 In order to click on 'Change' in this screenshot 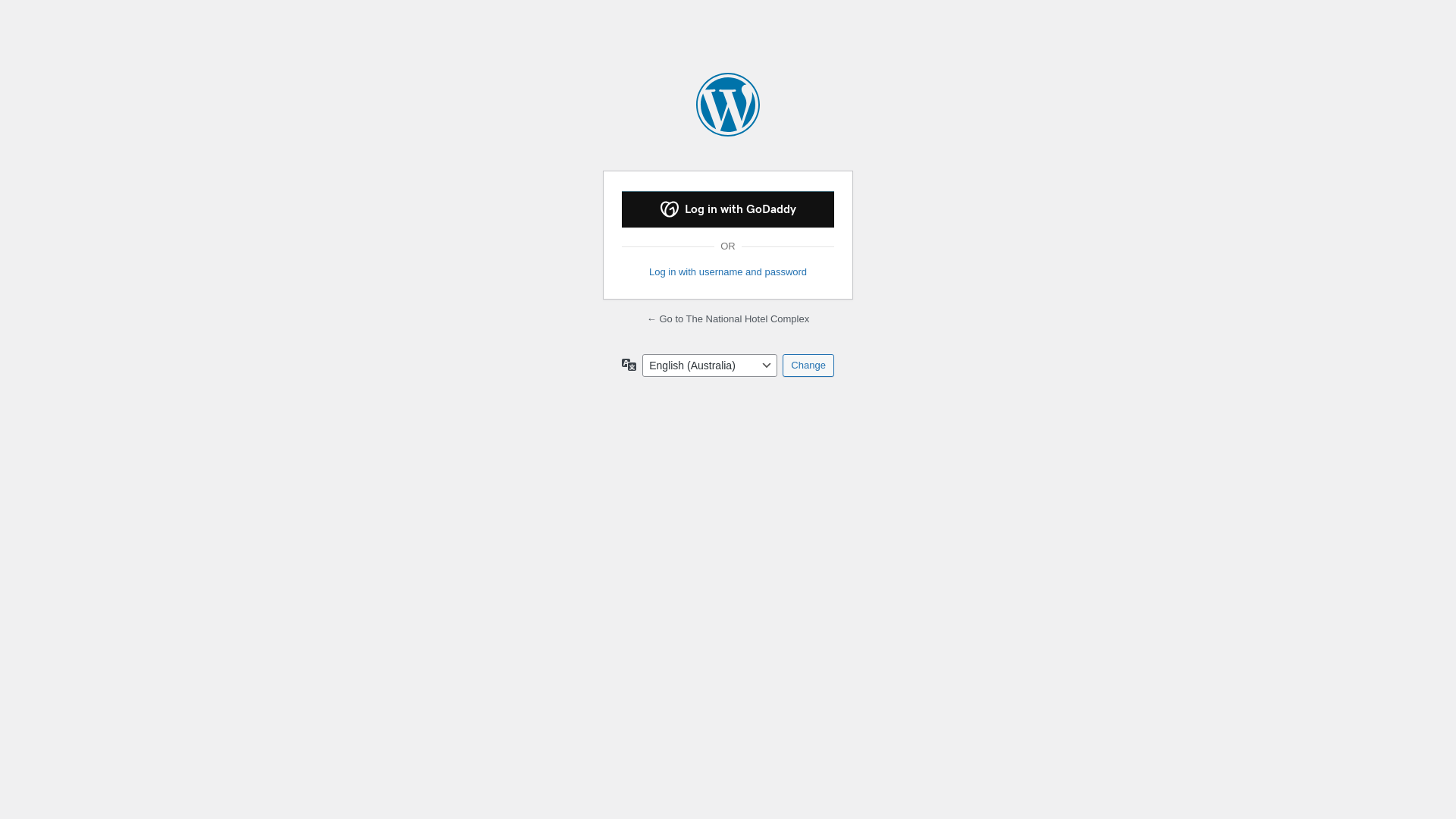, I will do `click(807, 366)`.